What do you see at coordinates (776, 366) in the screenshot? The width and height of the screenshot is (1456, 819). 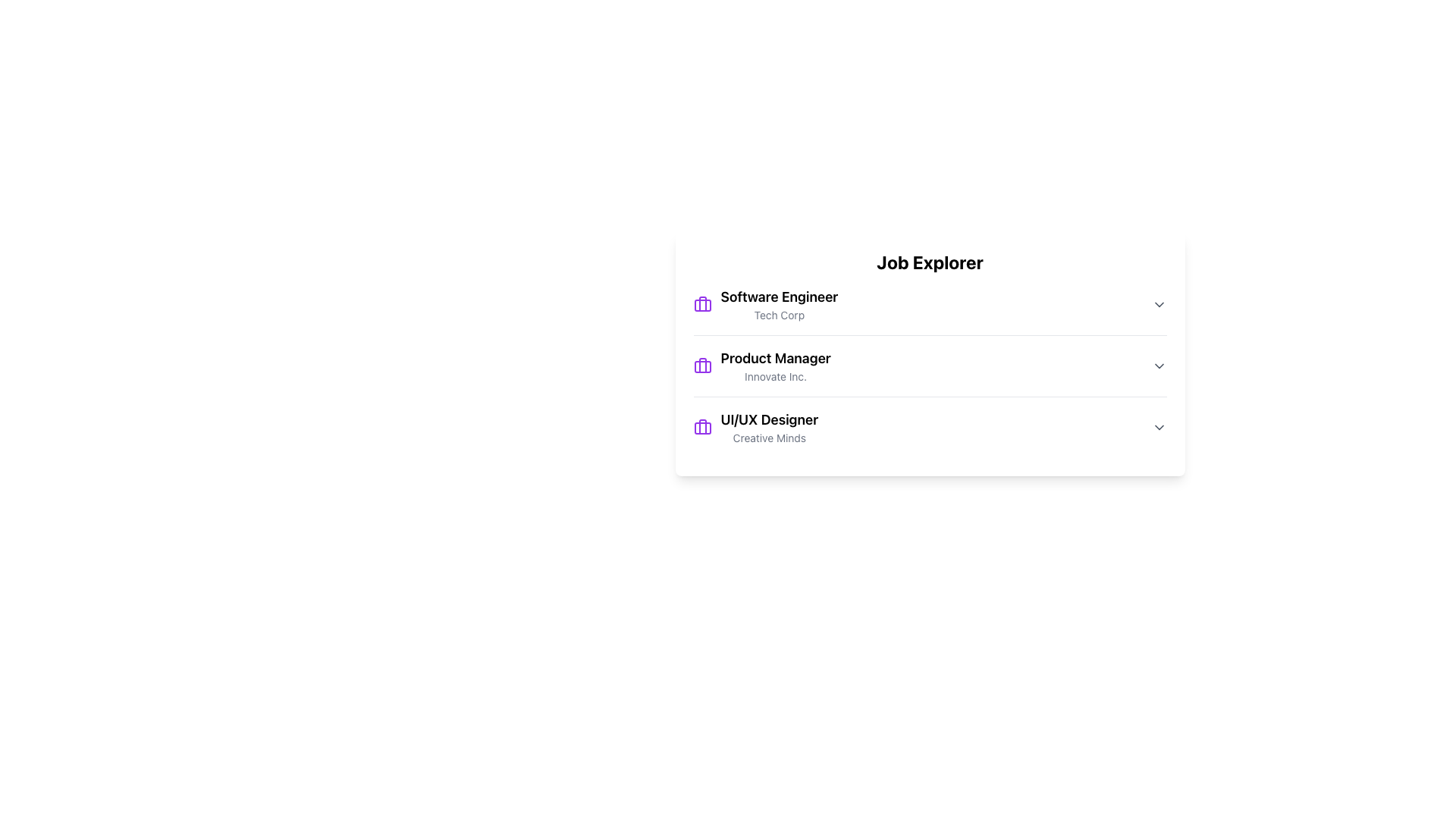 I see `the text display element that shows the job title 'Product Manager' and the organization 'Innovate Inc.', which is the second item in a vertical list of job positions` at bounding box center [776, 366].